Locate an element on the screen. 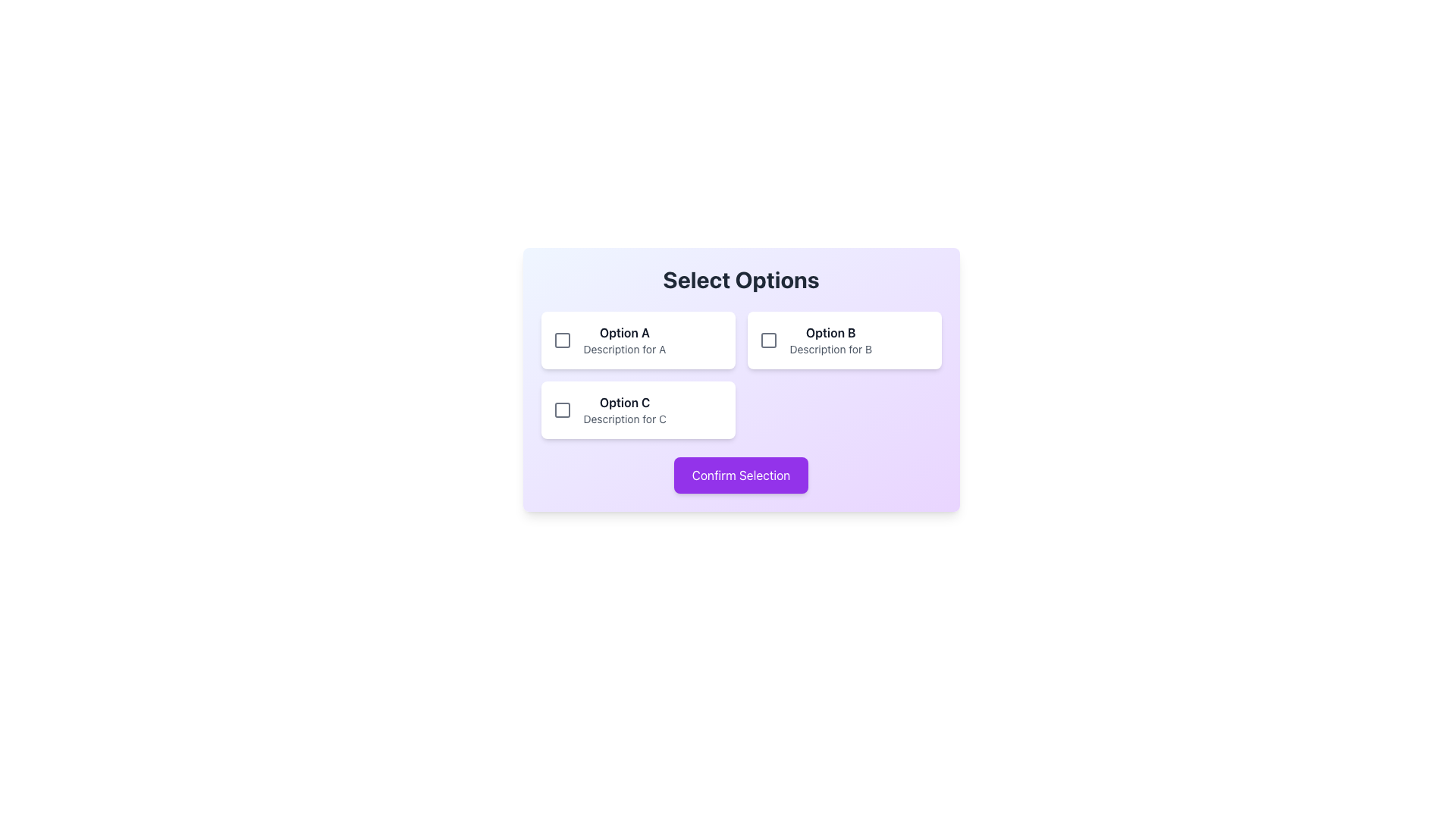  informational text label located in the right column below the title 'Option B', which provides context about this option is located at coordinates (830, 350).